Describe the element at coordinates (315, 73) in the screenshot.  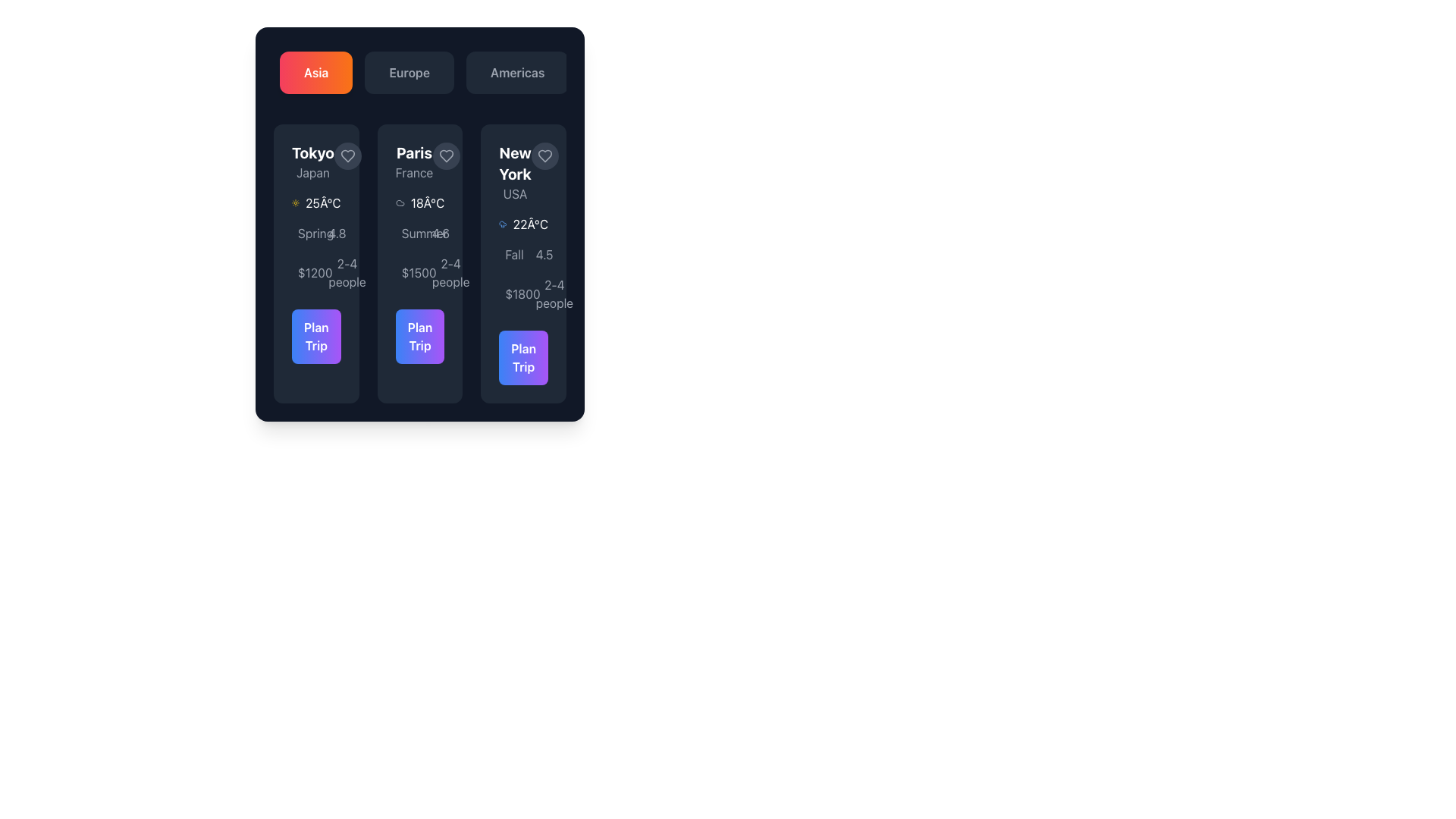
I see `the 'Asia' button, which is a horizontally rectangular button labeled in bold white text with a gradient background transitioning from rose to orange` at that location.